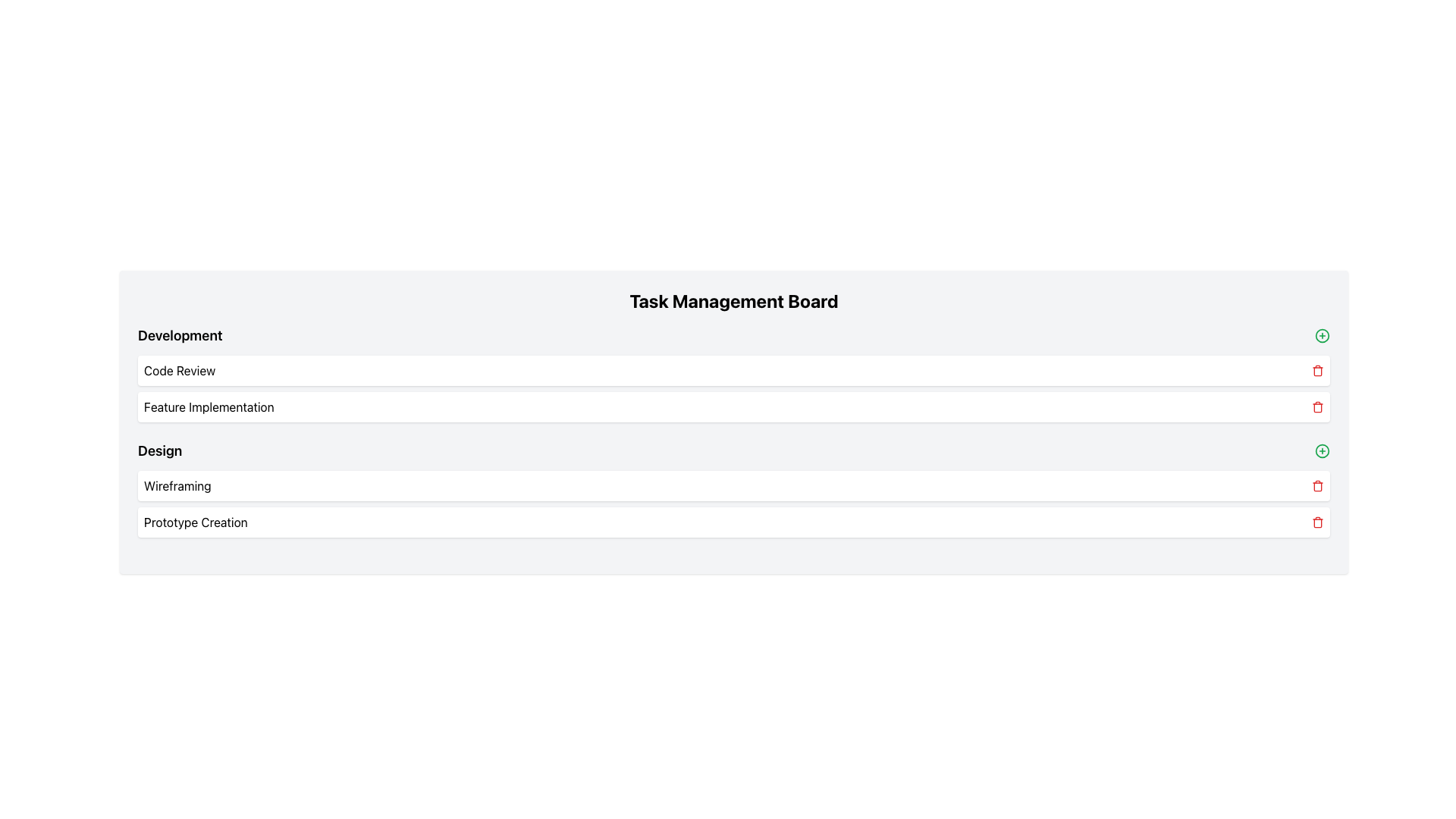 The image size is (1456, 819). What do you see at coordinates (1316, 485) in the screenshot?
I see `the red trash can icon representing the delete action located at the far right of the 'Wireframing' row` at bounding box center [1316, 485].